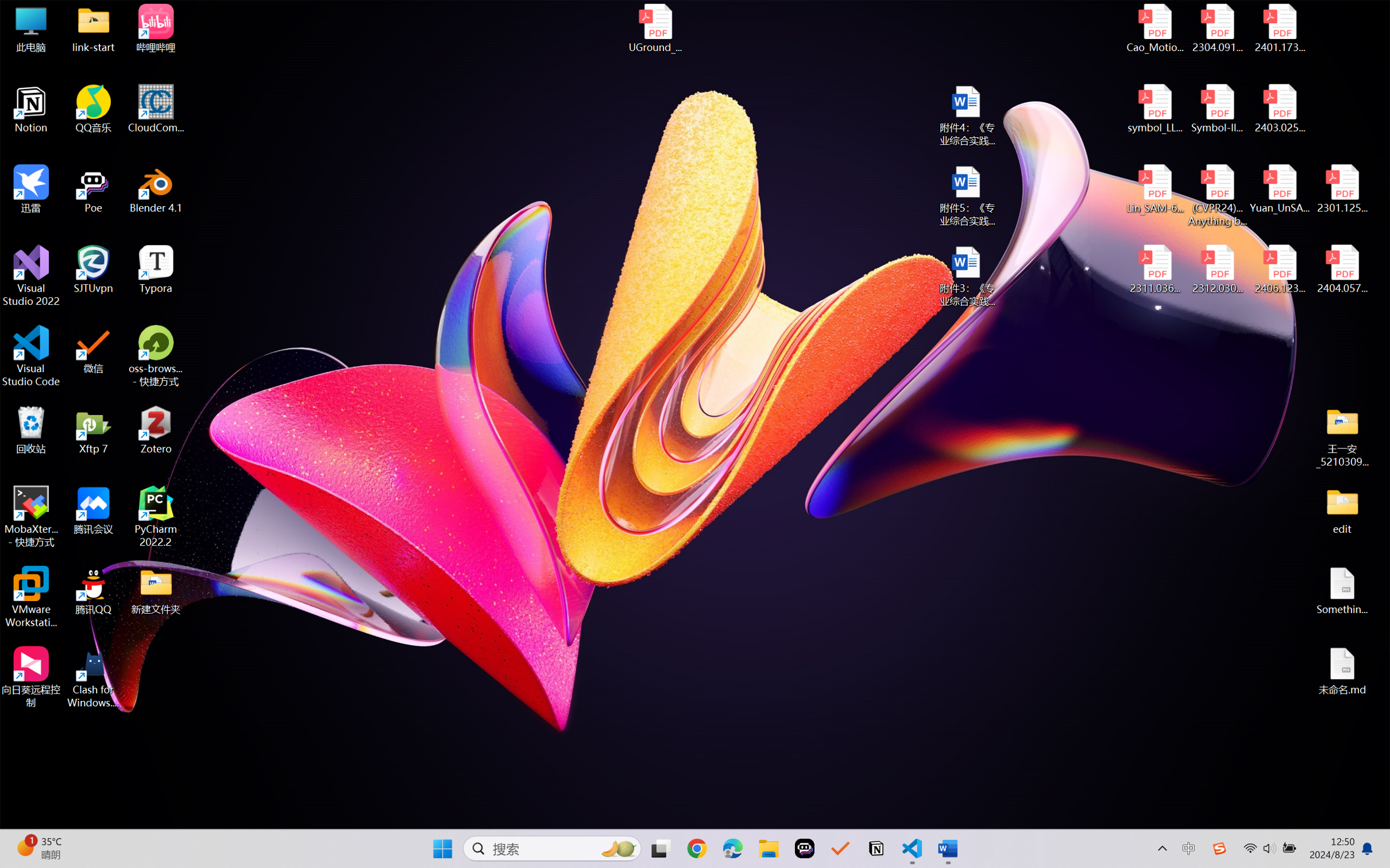  Describe the element at coordinates (1341, 509) in the screenshot. I see `'edit'` at that location.